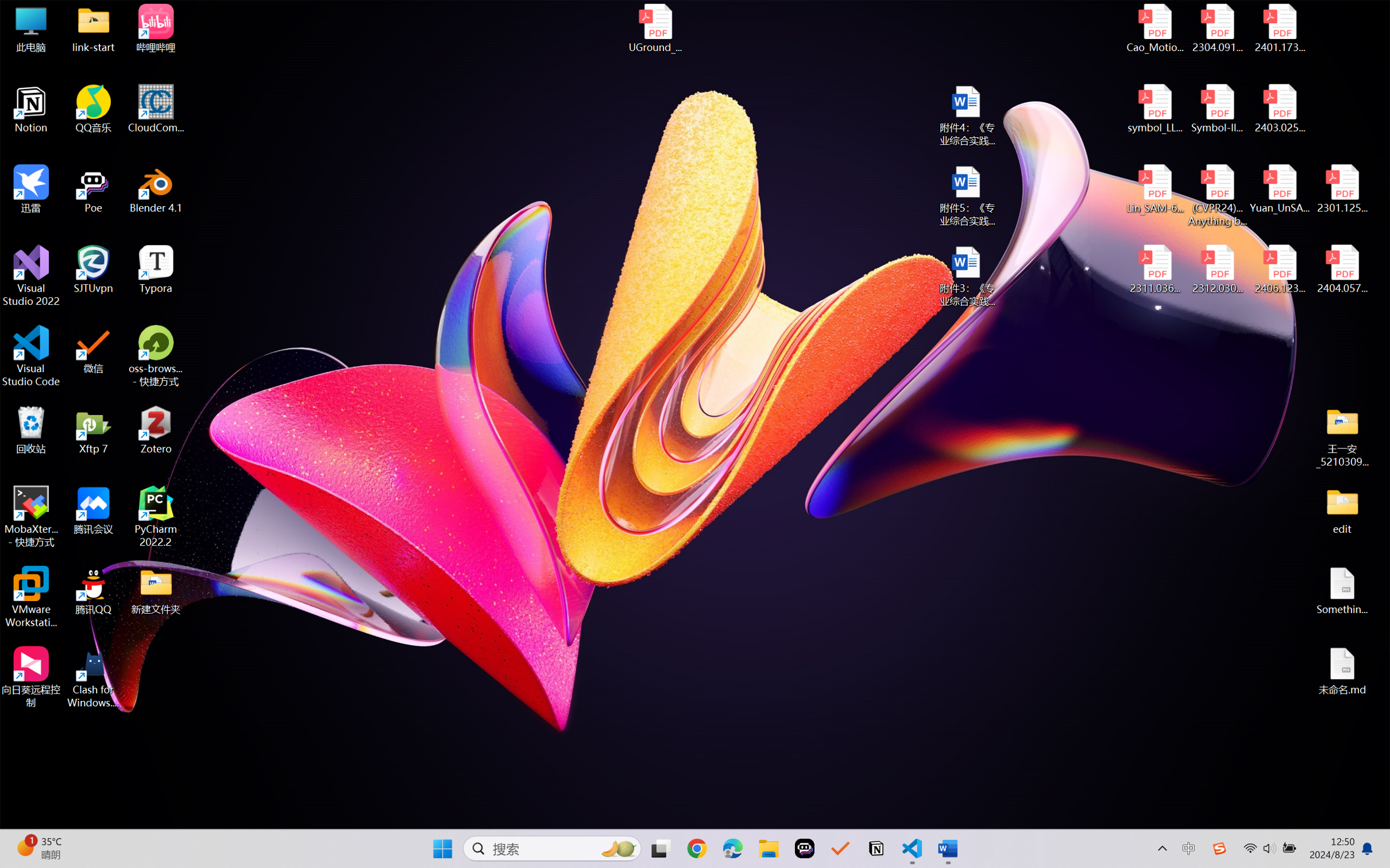  Describe the element at coordinates (1341, 509) in the screenshot. I see `'edit'` at that location.